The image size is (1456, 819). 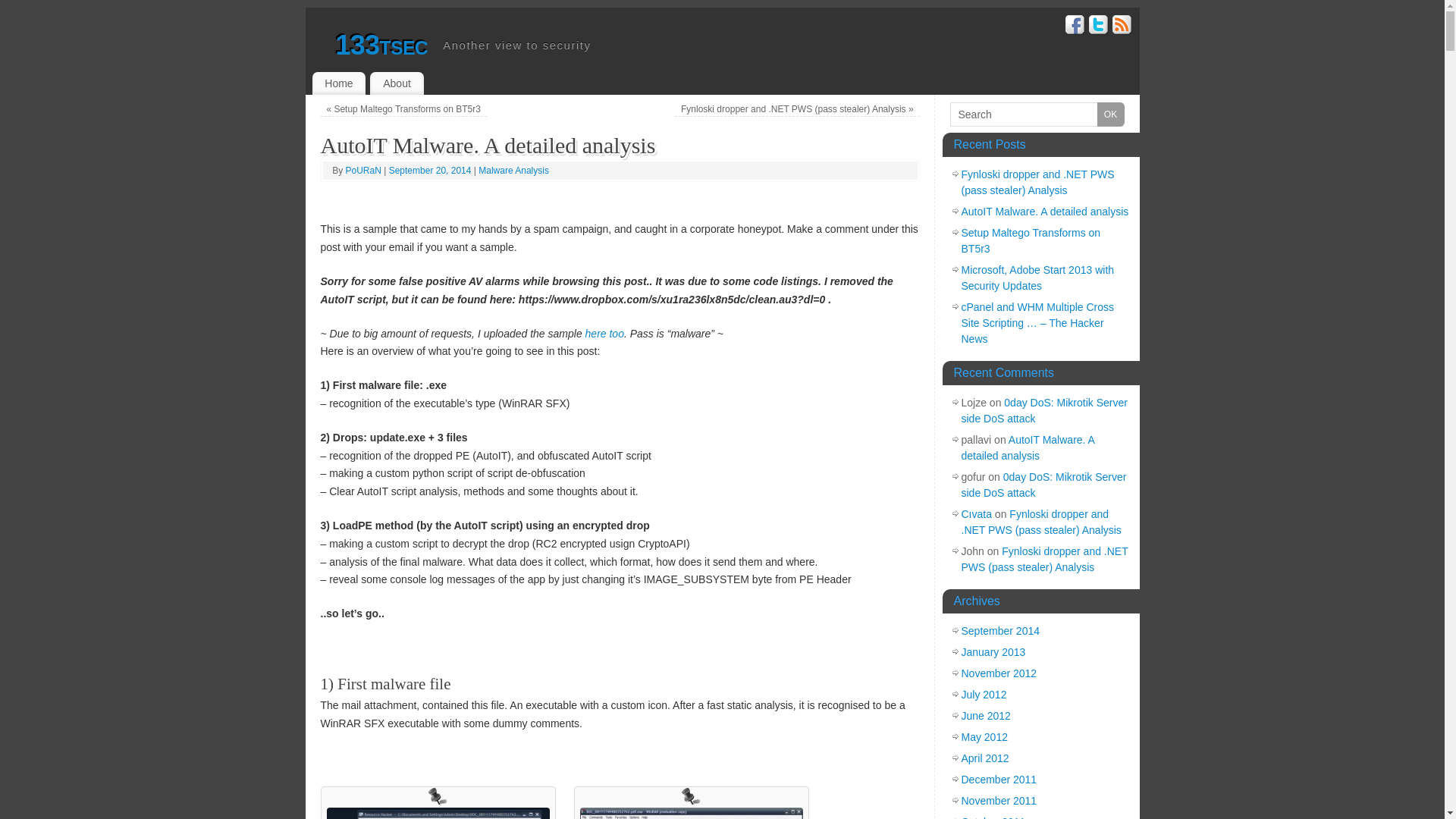 I want to click on 'April 2012', so click(x=960, y=758).